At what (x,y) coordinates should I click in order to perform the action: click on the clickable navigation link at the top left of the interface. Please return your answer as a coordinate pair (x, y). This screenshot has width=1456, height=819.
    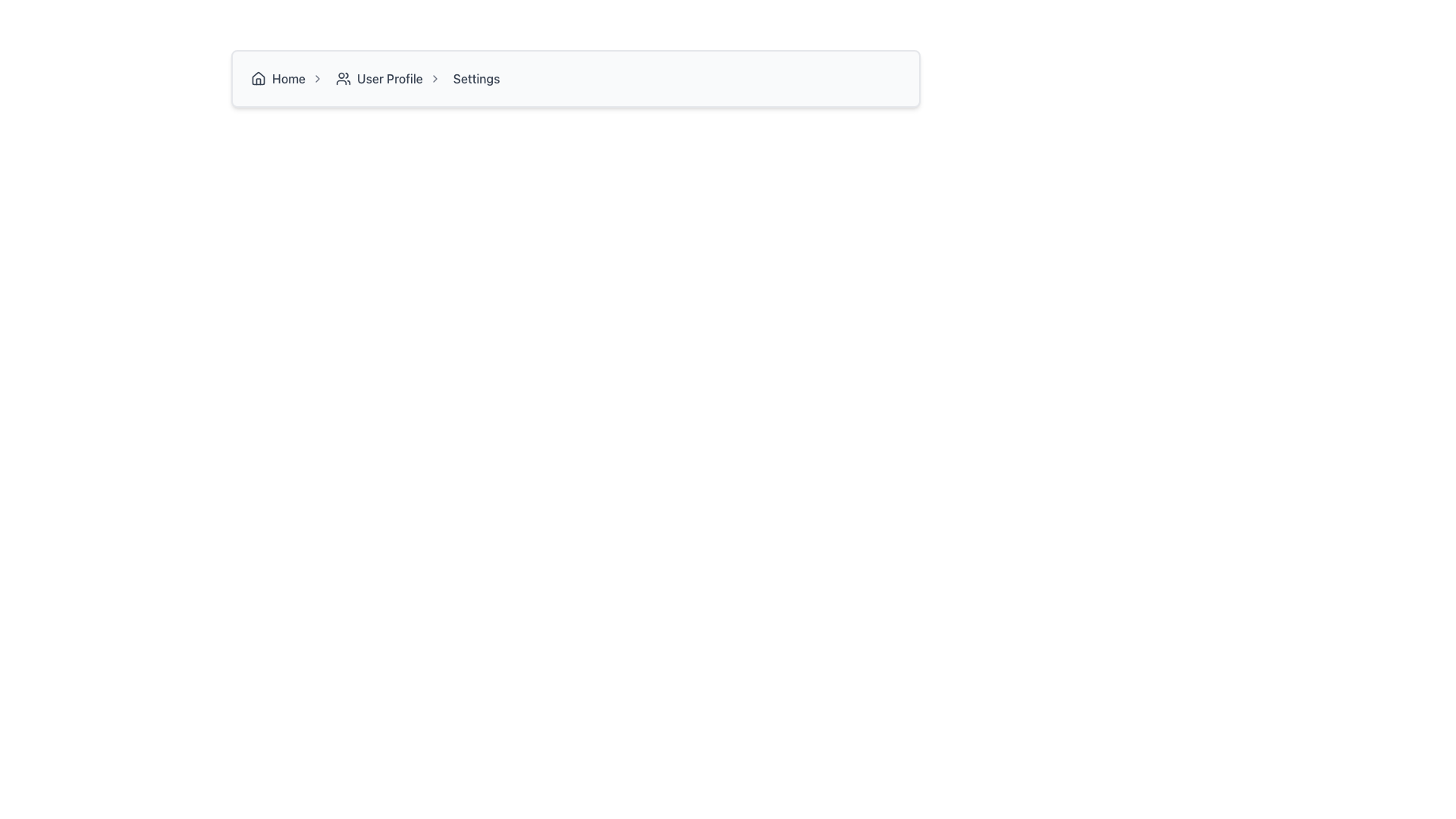
    Looking at the image, I should click on (278, 79).